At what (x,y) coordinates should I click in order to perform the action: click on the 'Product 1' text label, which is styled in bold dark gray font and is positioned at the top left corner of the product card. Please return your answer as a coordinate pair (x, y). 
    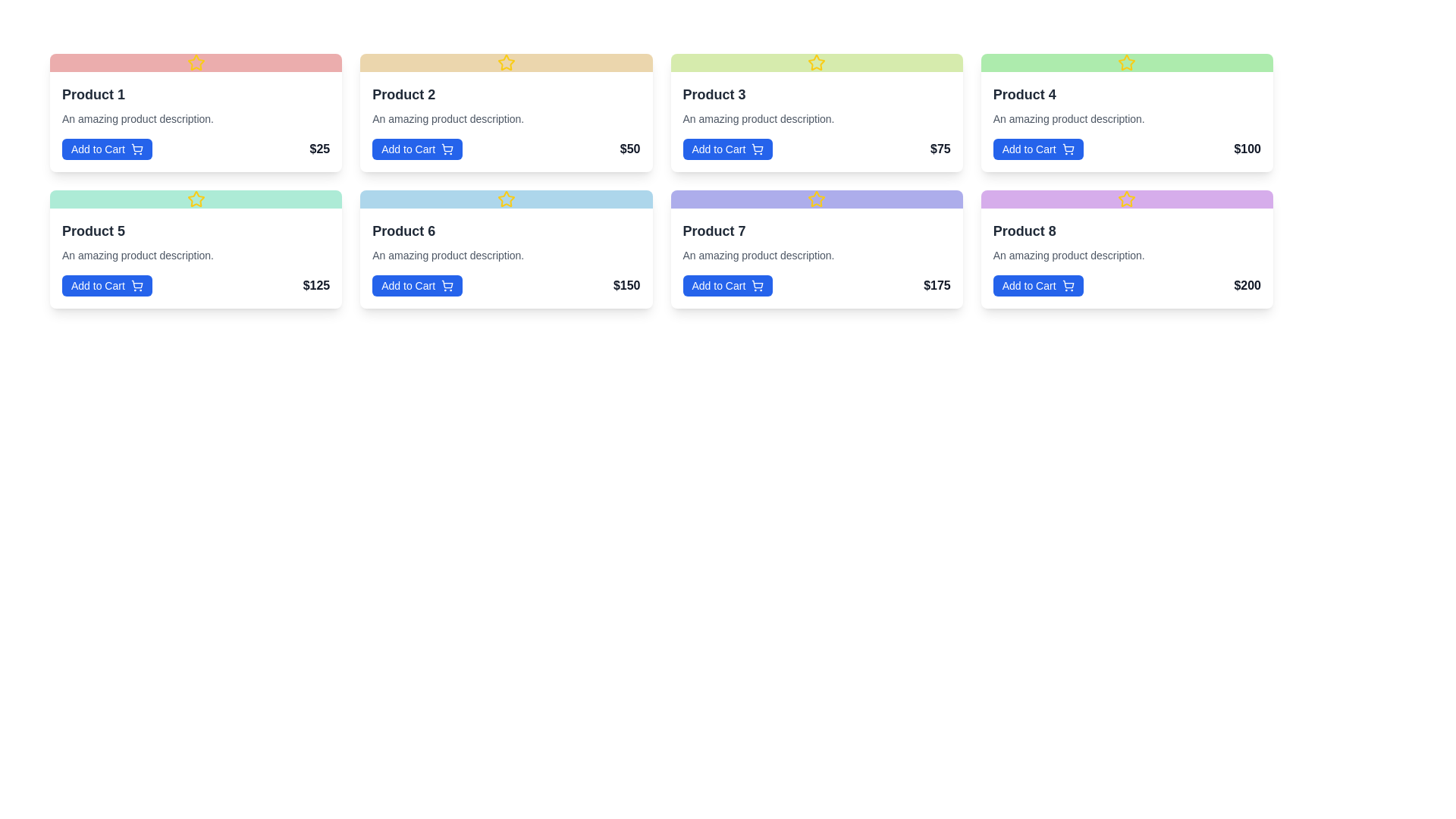
    Looking at the image, I should click on (93, 94).